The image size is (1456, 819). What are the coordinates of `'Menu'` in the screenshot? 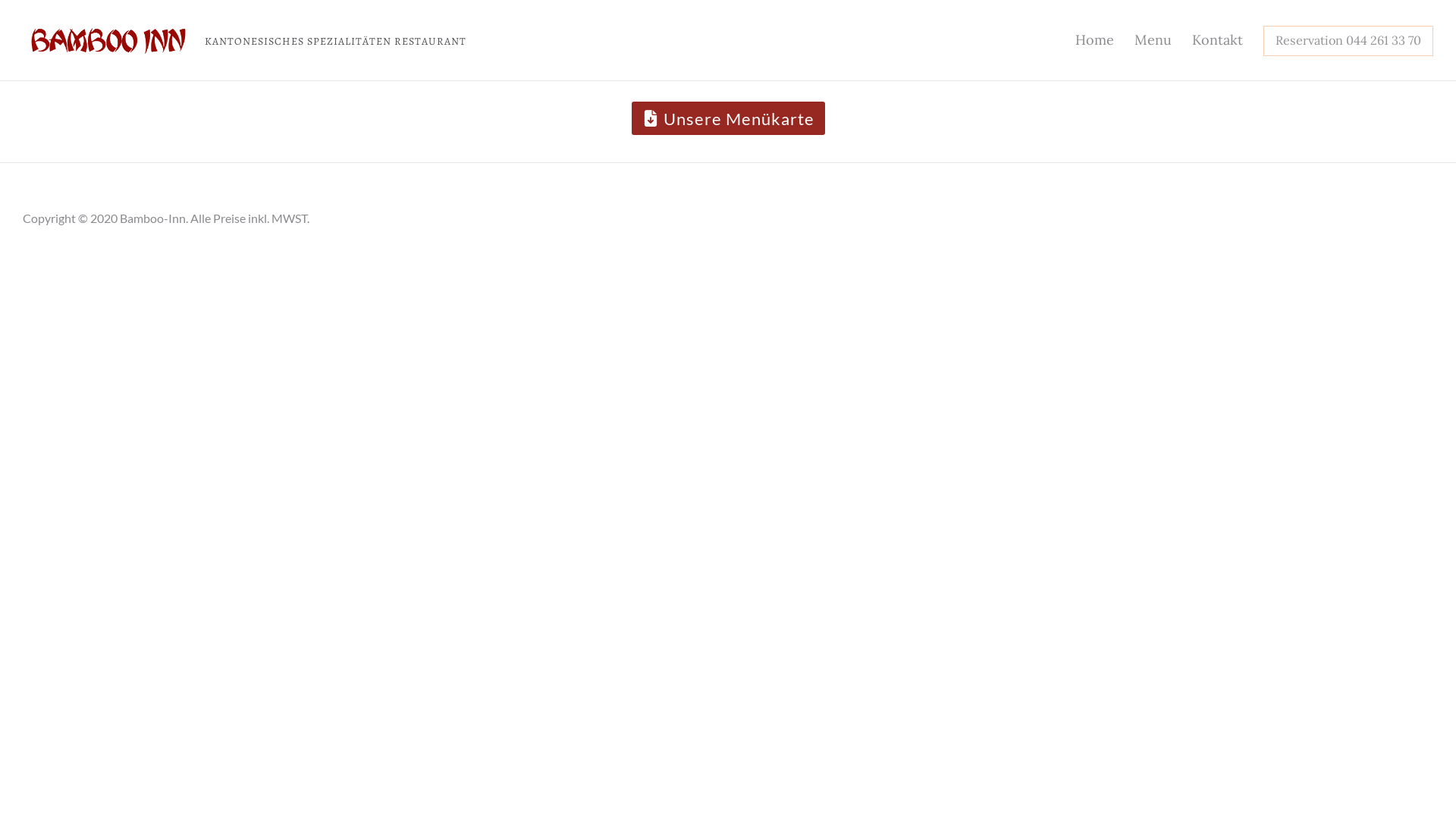 It's located at (1125, 39).